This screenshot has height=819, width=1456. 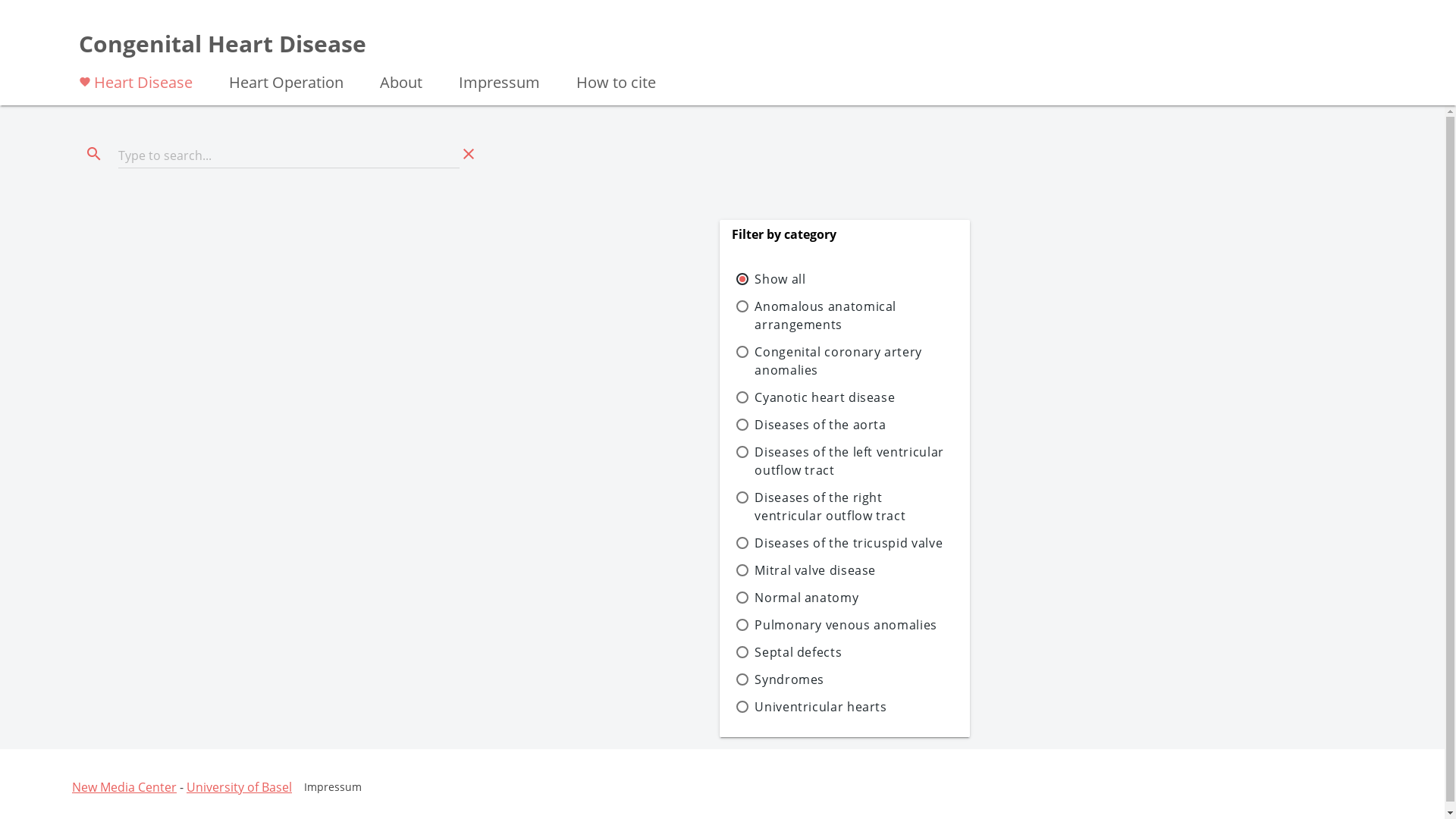 What do you see at coordinates (135, 81) in the screenshot?
I see `'Heart Disease'` at bounding box center [135, 81].